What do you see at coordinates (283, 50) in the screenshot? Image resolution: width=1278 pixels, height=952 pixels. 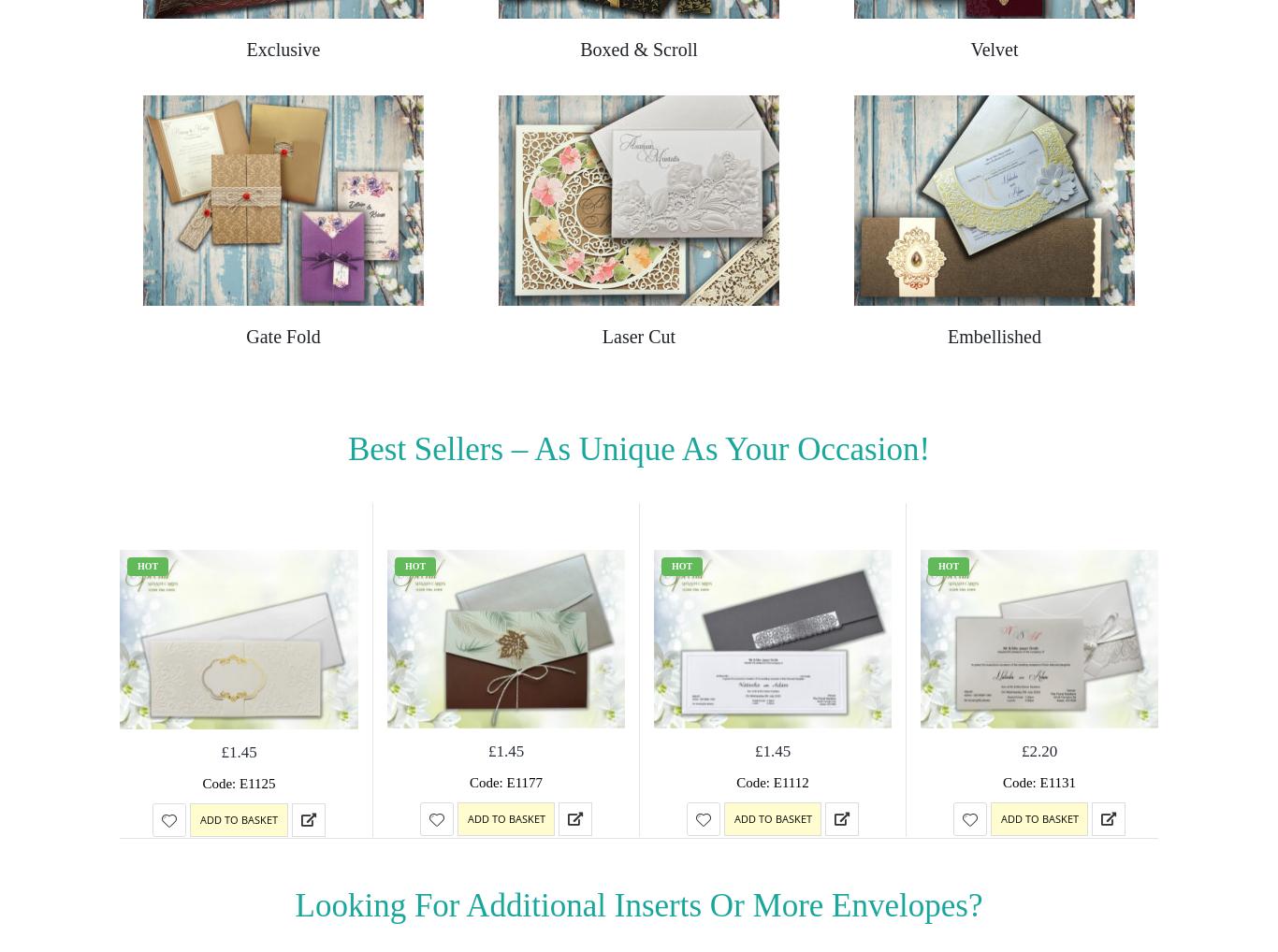 I see `'Exclusive'` at bounding box center [283, 50].